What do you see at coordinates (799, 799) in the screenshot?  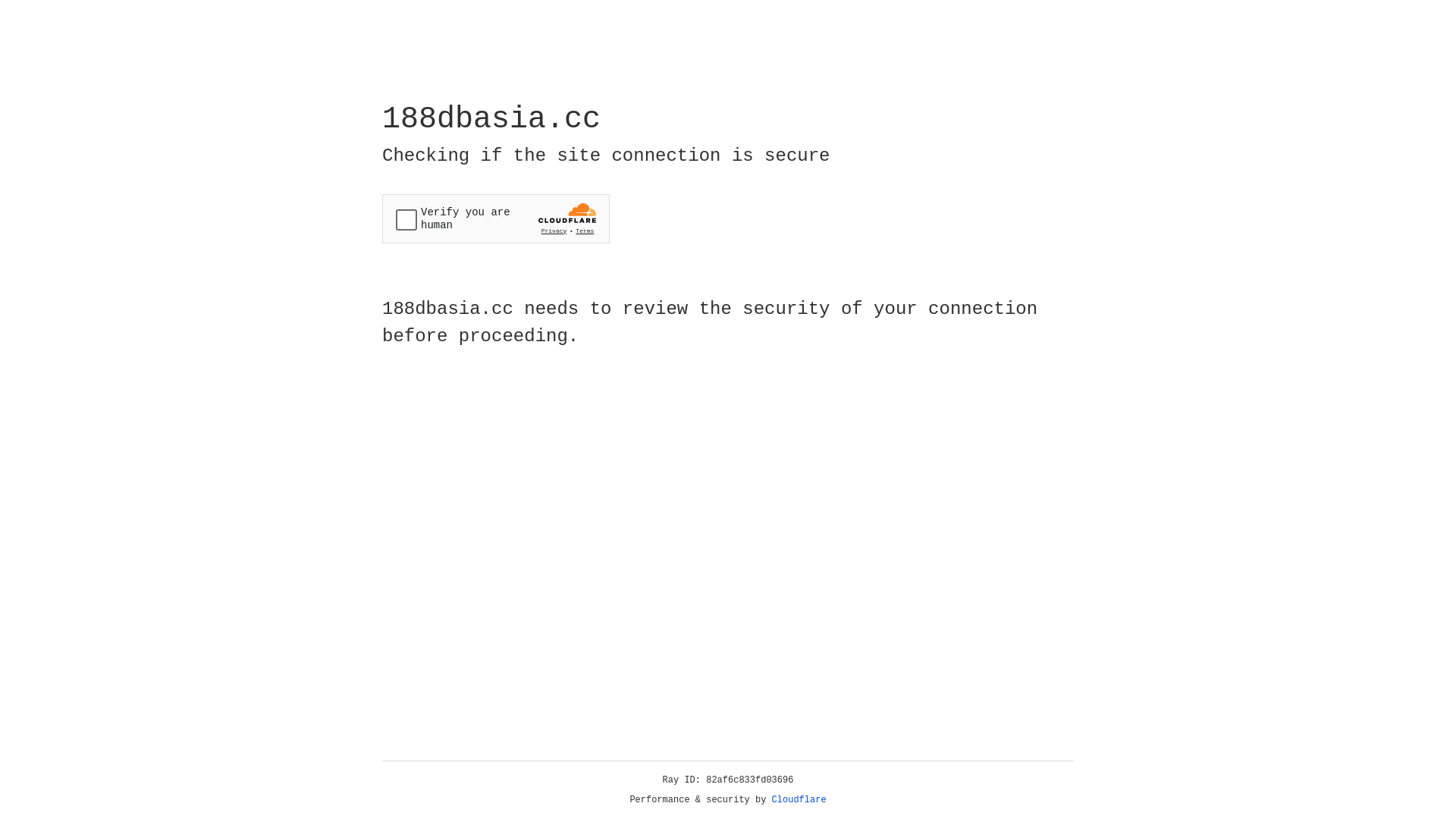 I see `'Cloudflare'` at bounding box center [799, 799].